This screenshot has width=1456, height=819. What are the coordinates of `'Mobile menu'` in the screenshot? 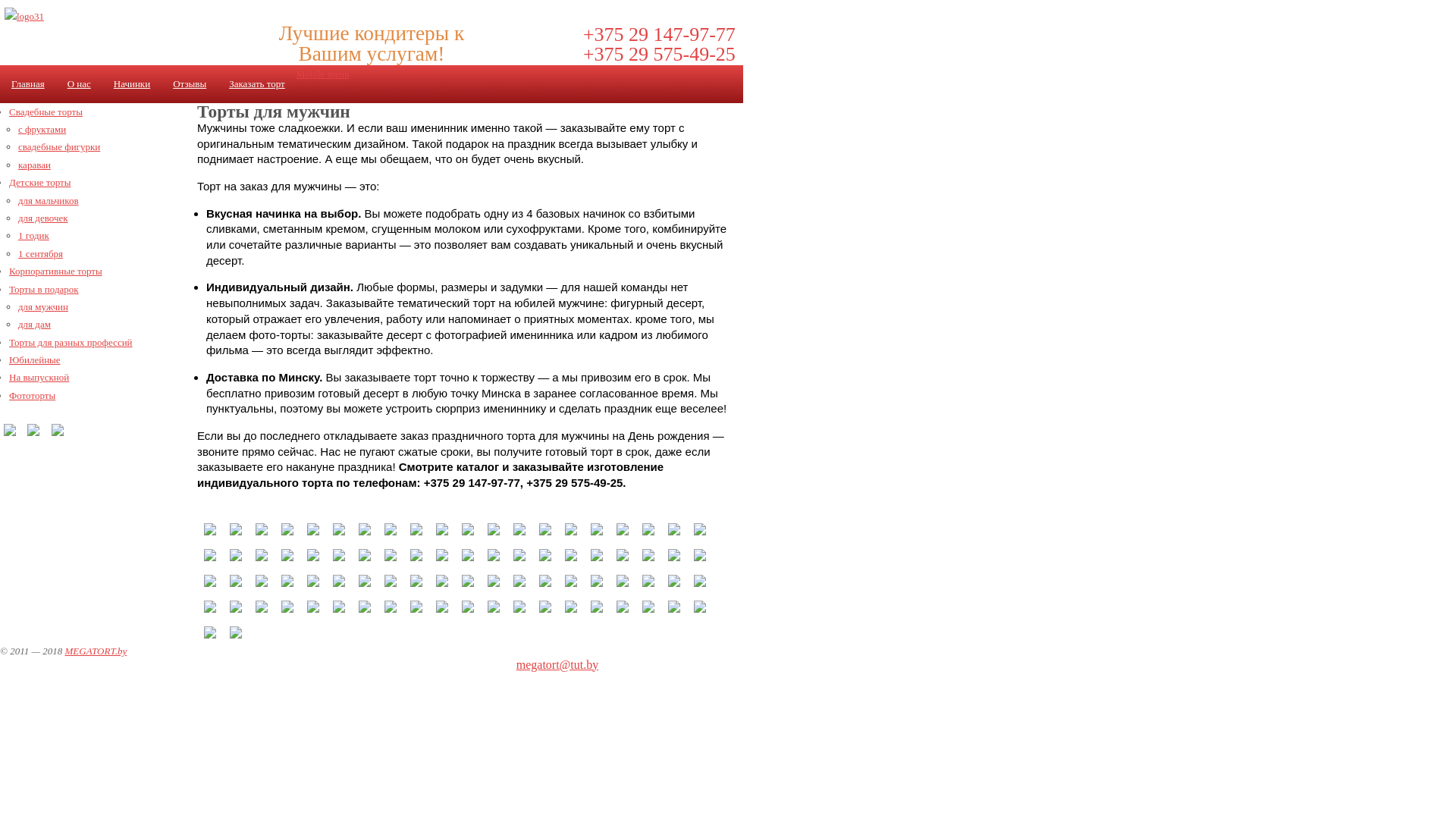 It's located at (322, 74).